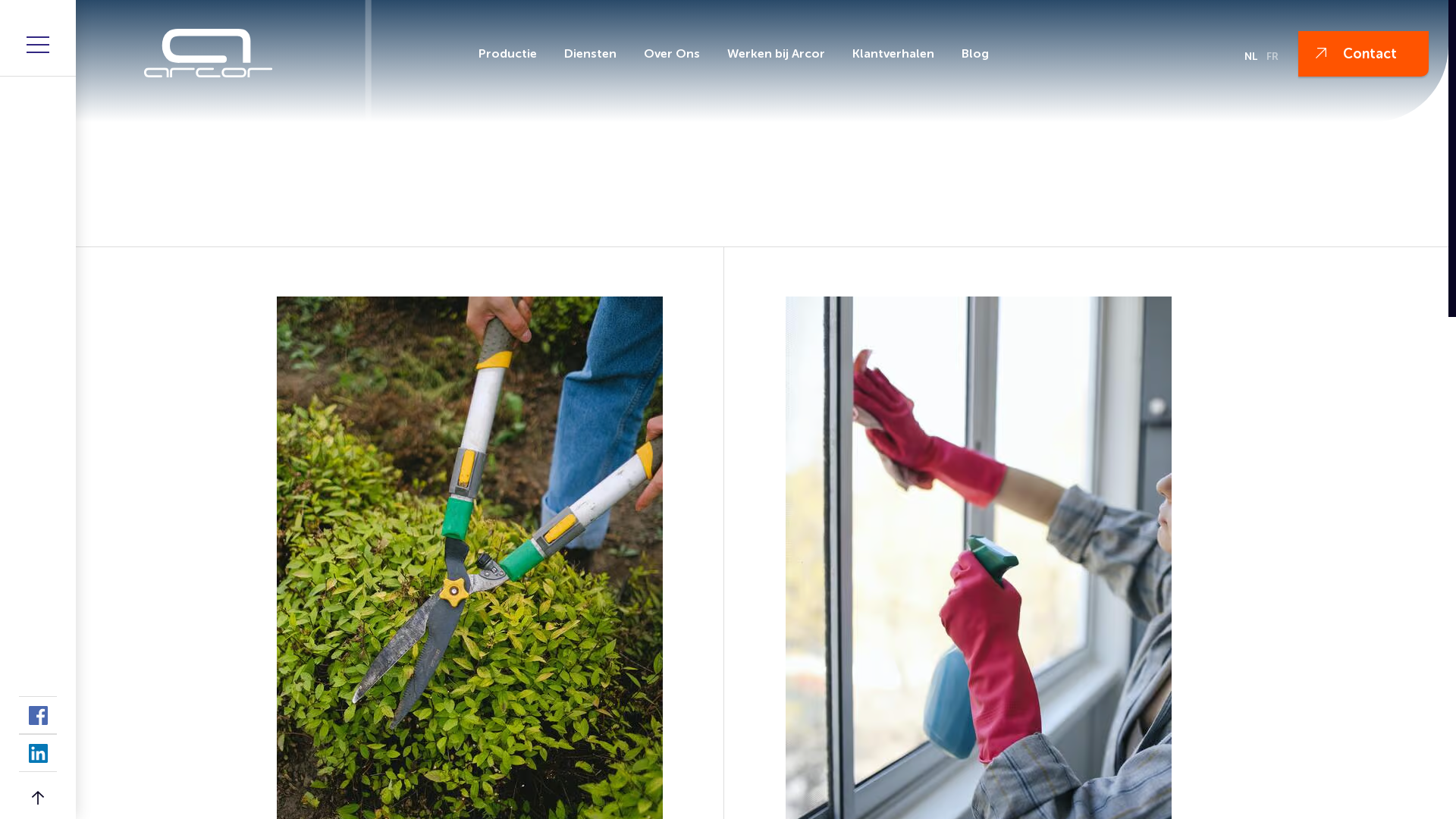 This screenshot has width=1456, height=819. Describe the element at coordinates (634, 52) in the screenshot. I see `'Over Ons'` at that location.